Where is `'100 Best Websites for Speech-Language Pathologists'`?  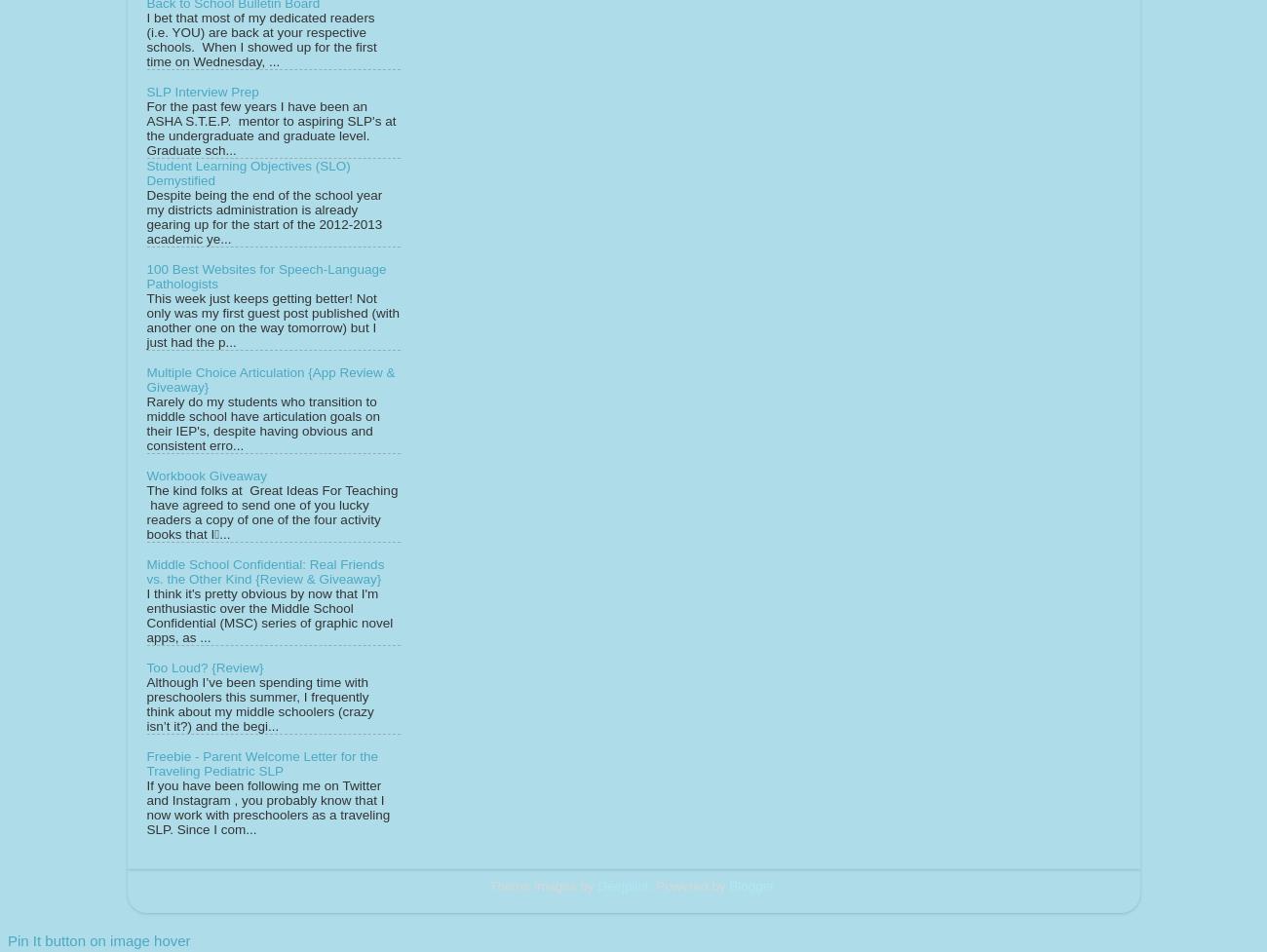 '100 Best Websites for Speech-Language Pathologists' is located at coordinates (266, 275).